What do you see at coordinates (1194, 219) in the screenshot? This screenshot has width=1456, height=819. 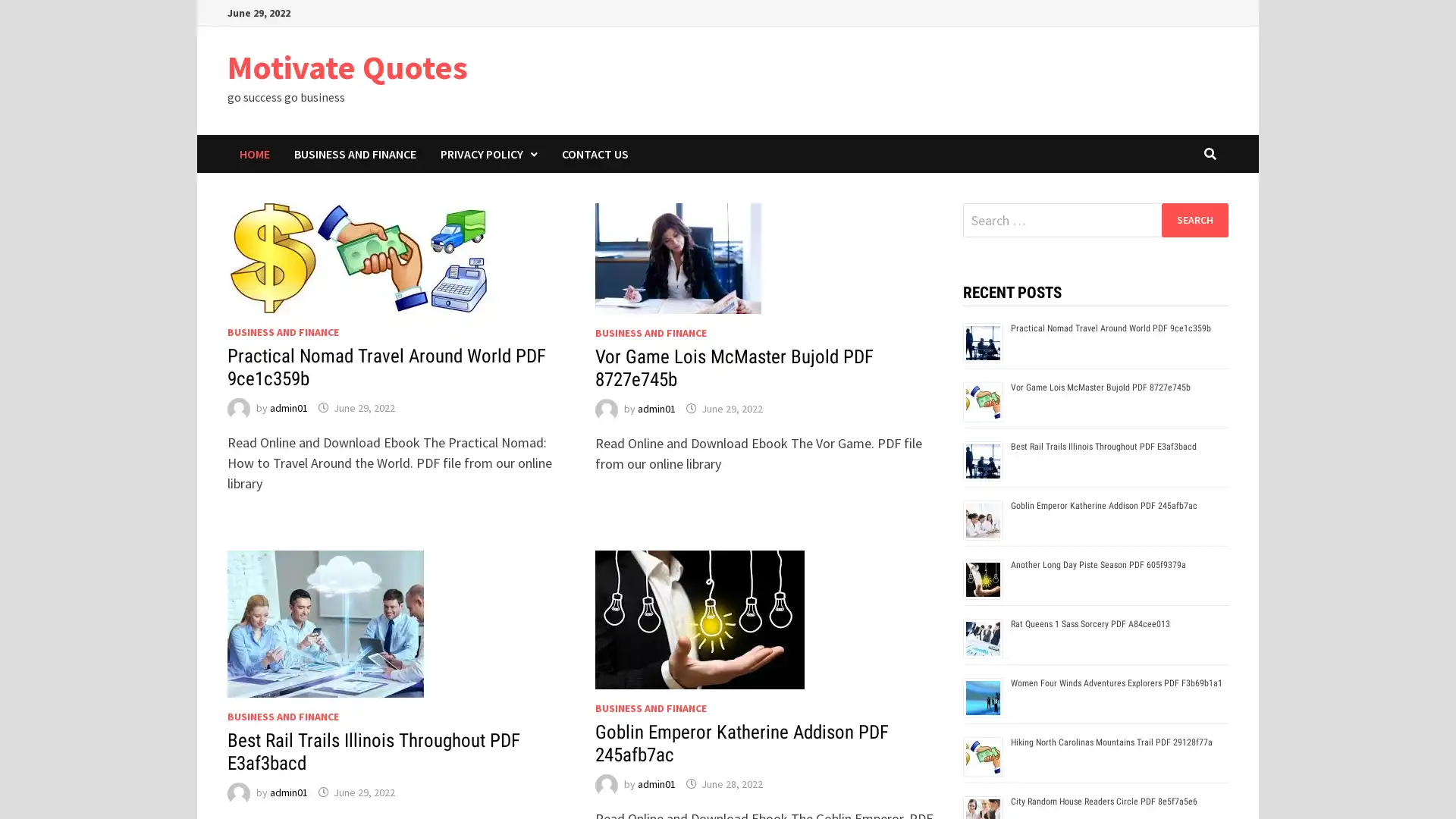 I see `Search` at bounding box center [1194, 219].